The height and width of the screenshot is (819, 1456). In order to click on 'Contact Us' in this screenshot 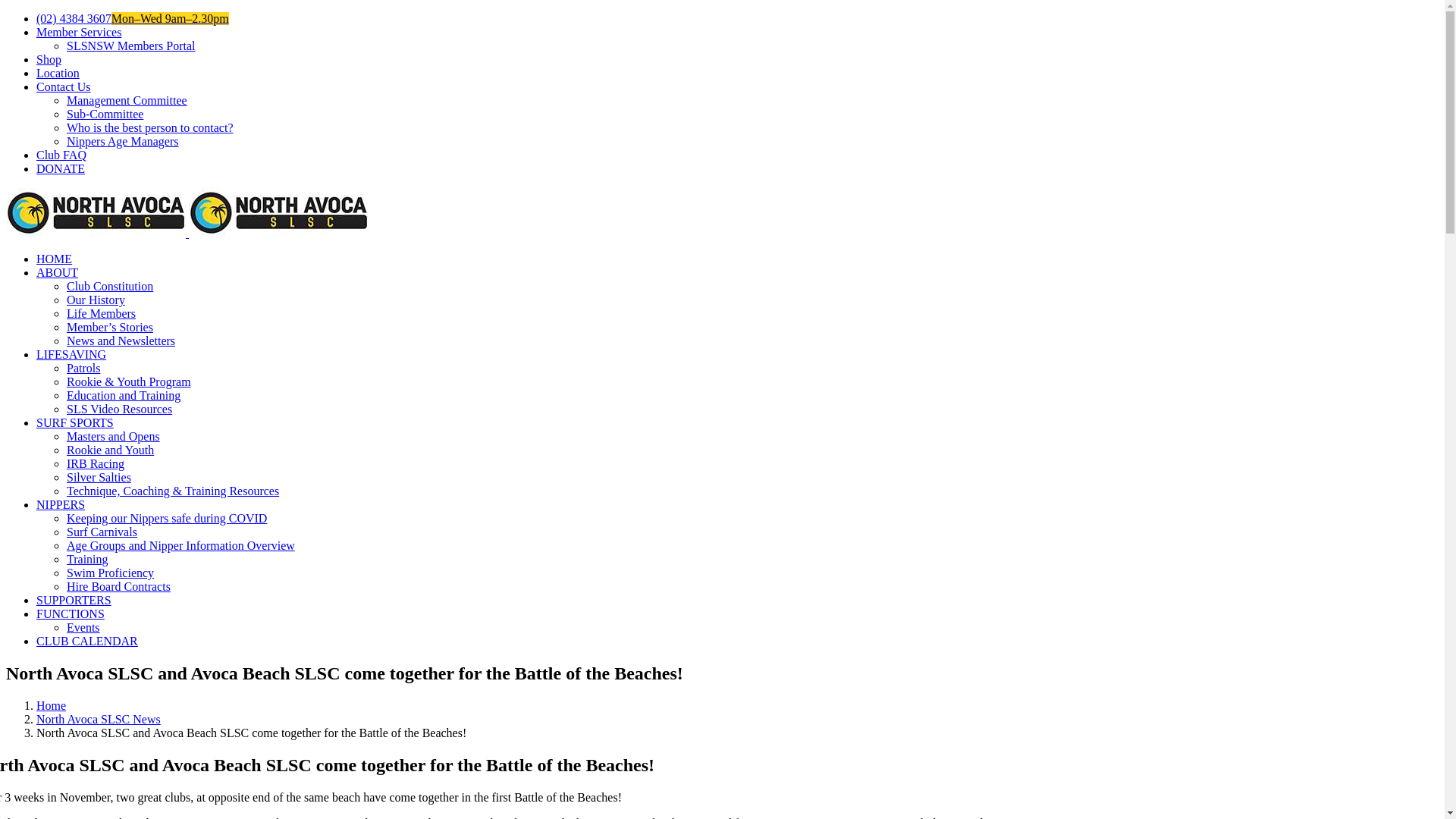, I will do `click(62, 86)`.